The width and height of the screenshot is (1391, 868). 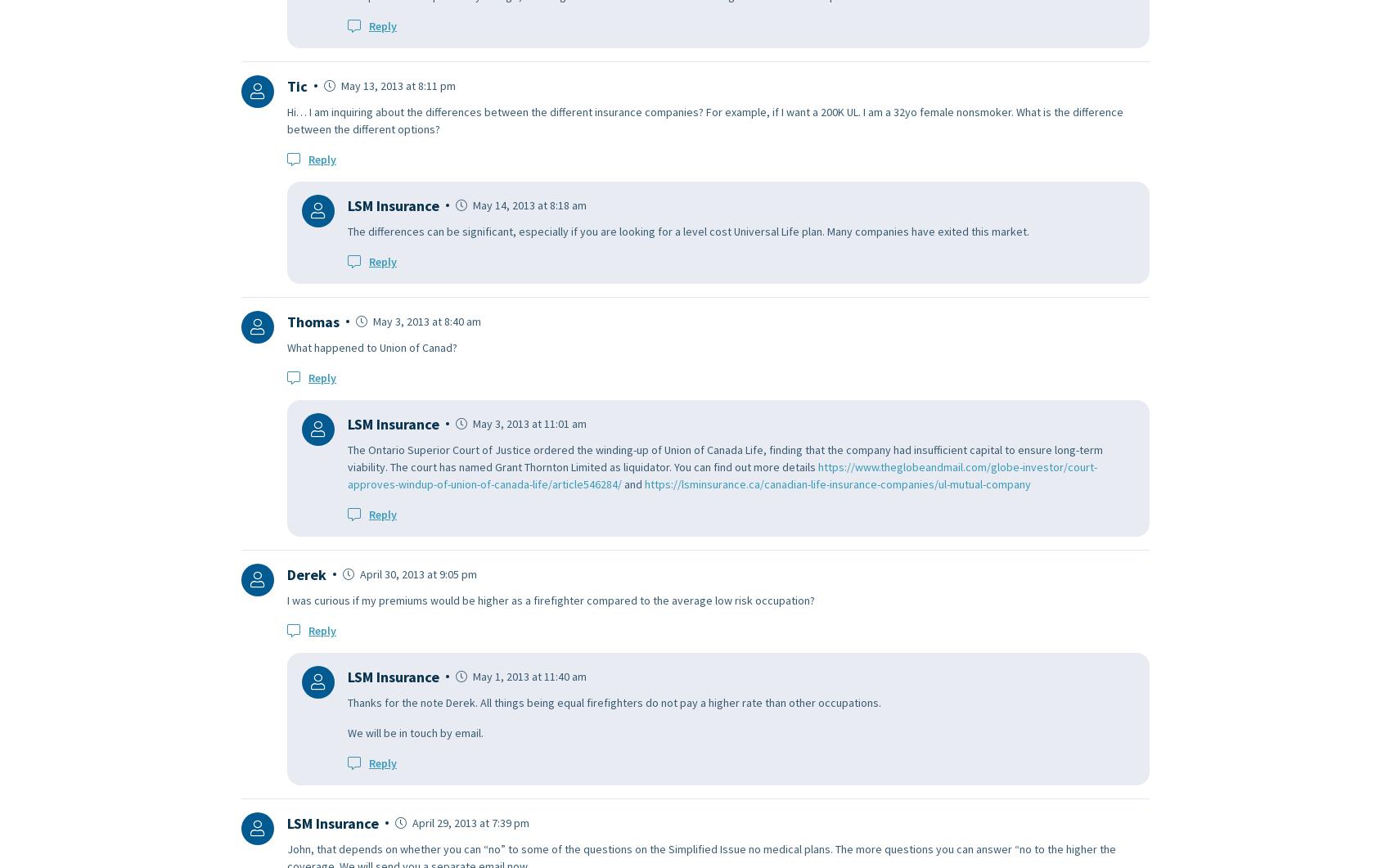 What do you see at coordinates (337, 84) in the screenshot?
I see `'May 13, 2013 at 8:11 pm'` at bounding box center [337, 84].